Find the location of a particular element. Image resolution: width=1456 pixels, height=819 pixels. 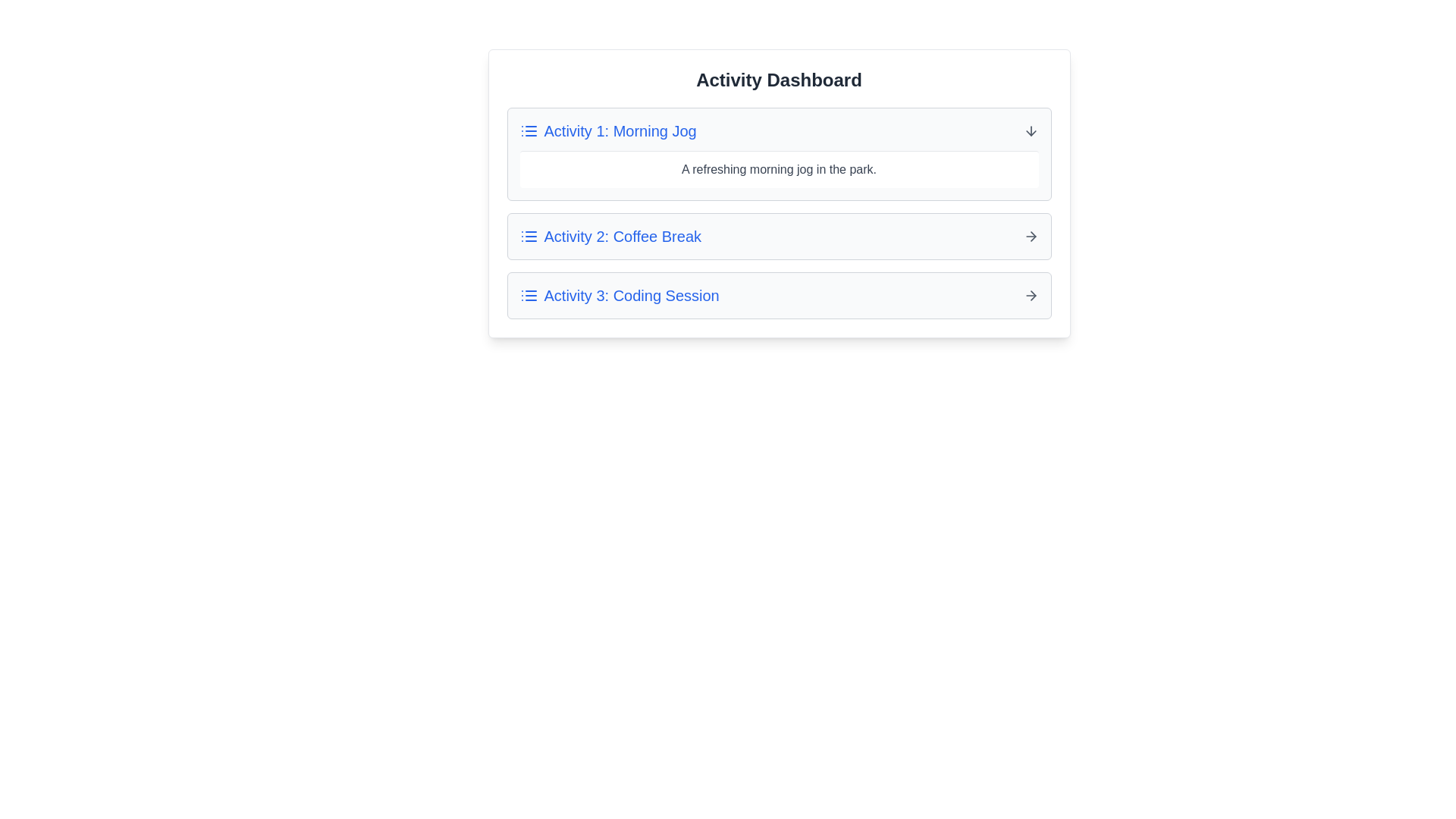

the activity title Activity 3: Coding Session to expand or collapse its details is located at coordinates (619, 295).